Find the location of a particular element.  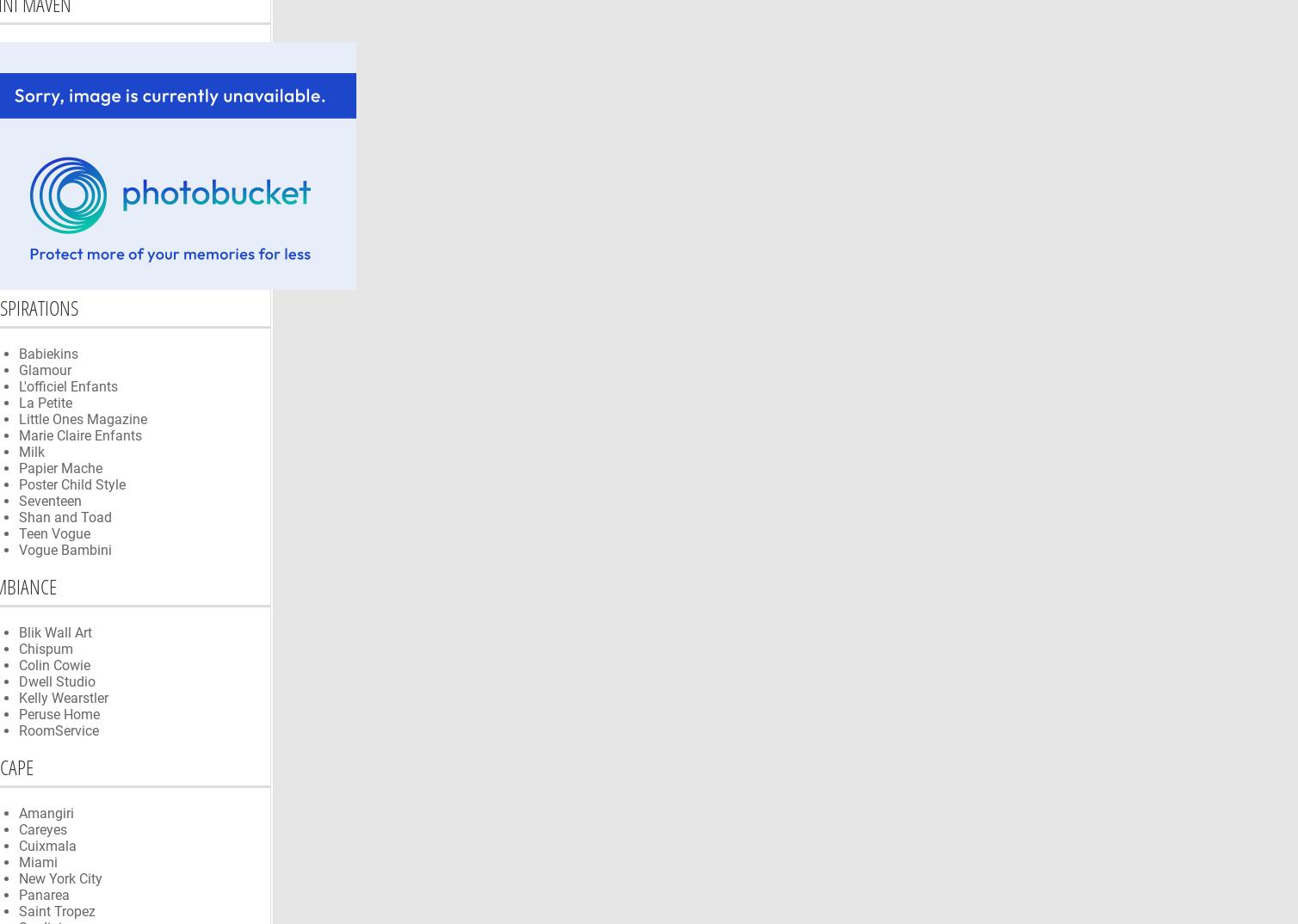

'New York City' is located at coordinates (60, 877).